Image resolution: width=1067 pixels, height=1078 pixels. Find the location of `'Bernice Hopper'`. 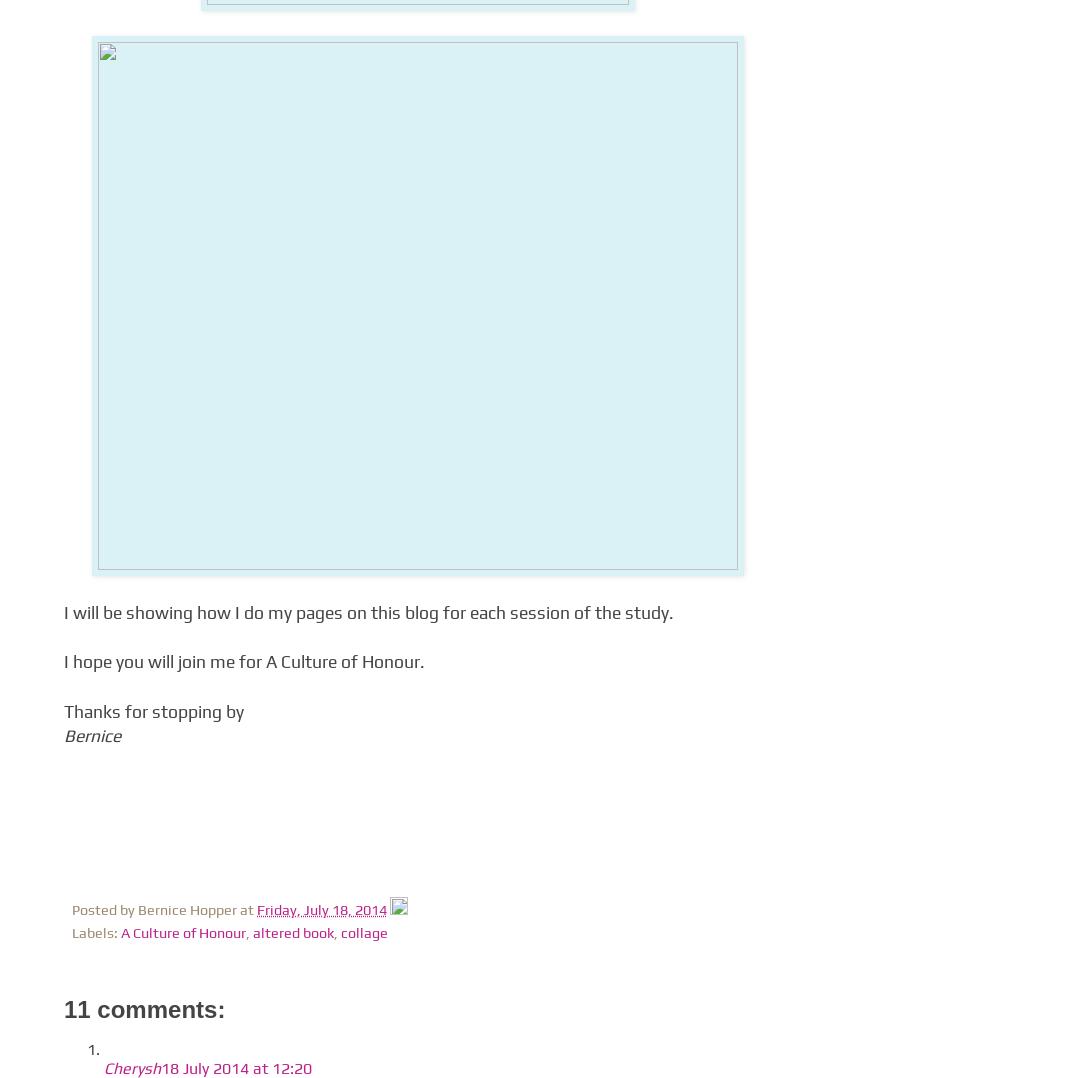

'Bernice Hopper' is located at coordinates (187, 910).